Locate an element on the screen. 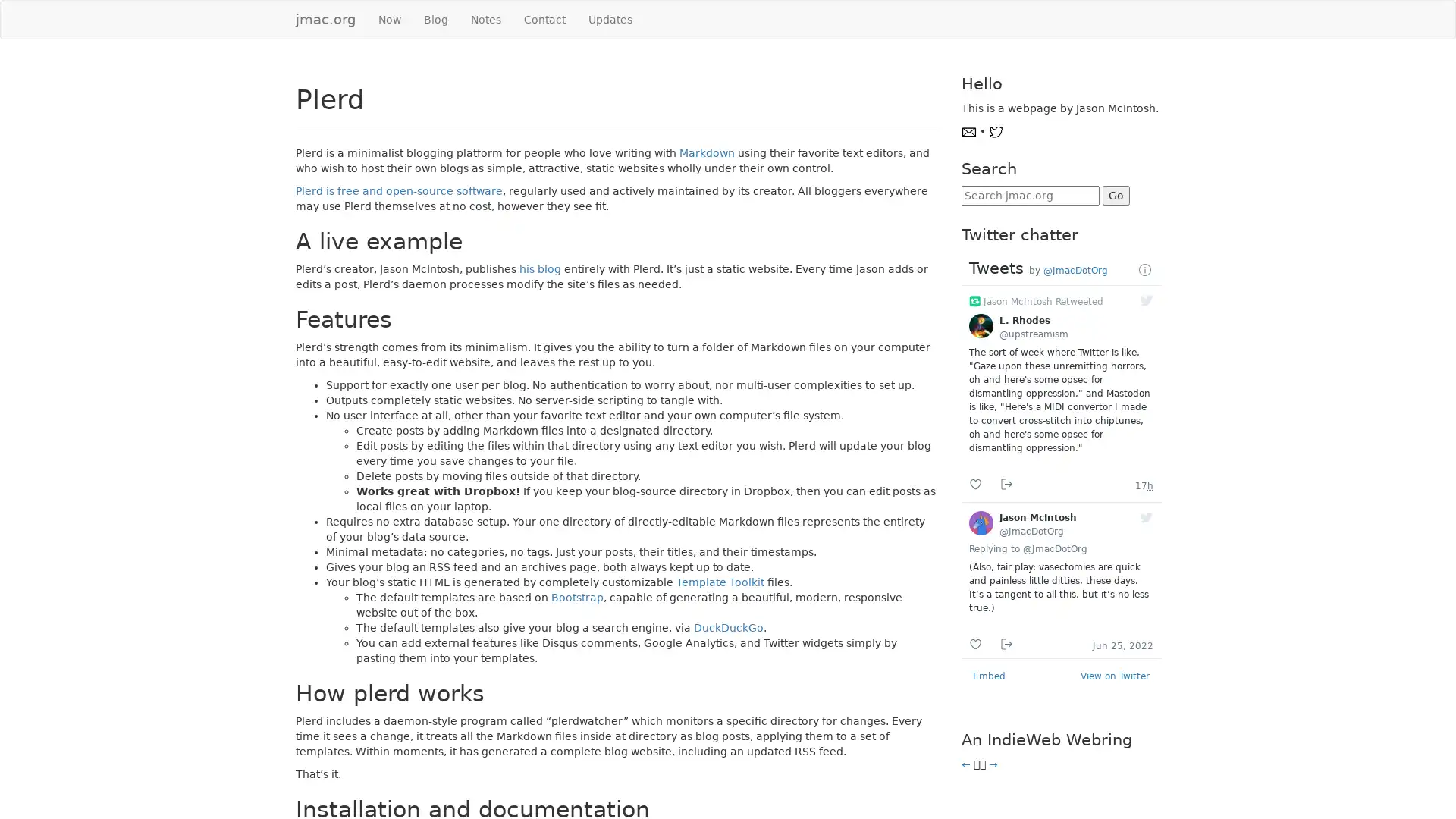  Go is located at coordinates (1115, 195).